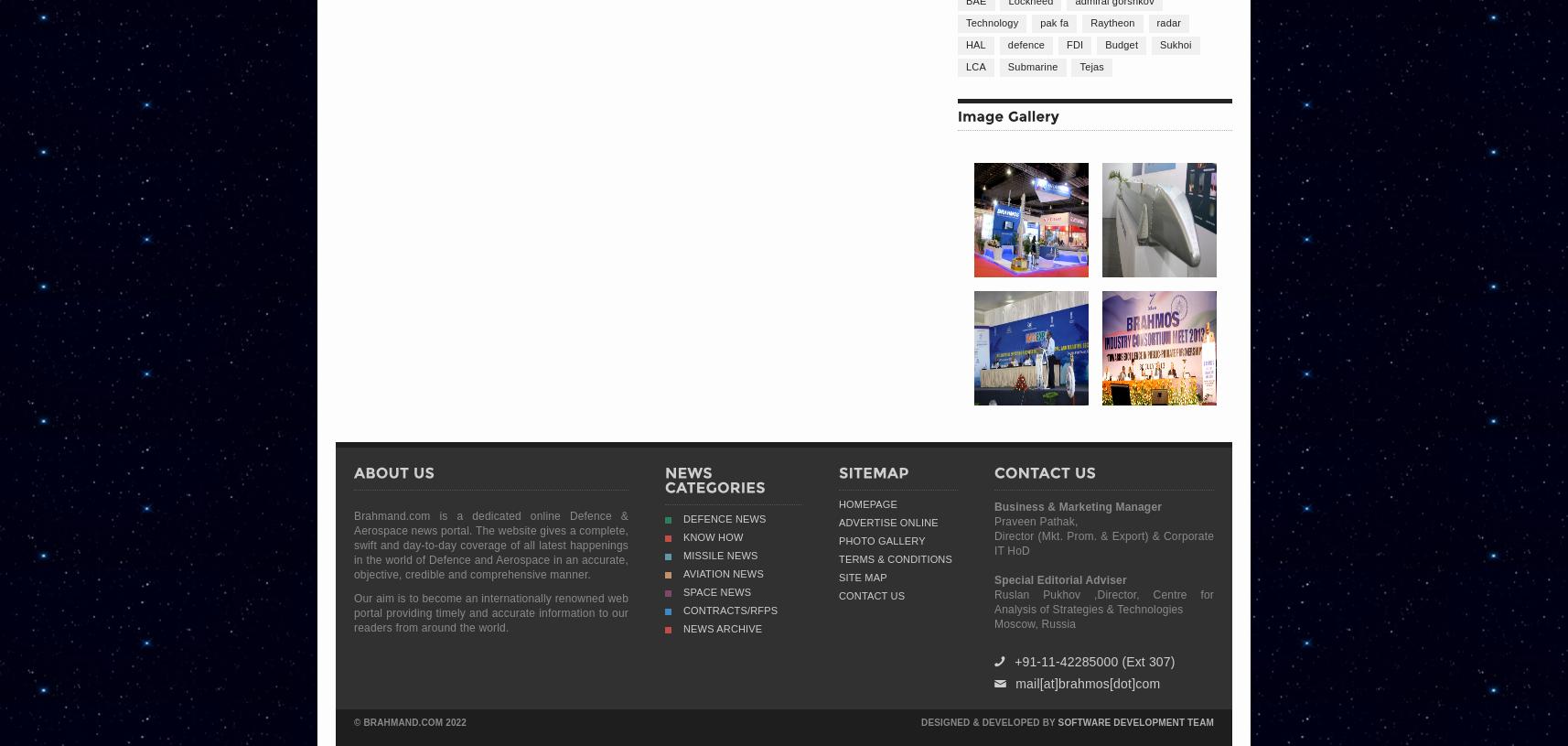 Image resolution: width=1568 pixels, height=746 pixels. What do you see at coordinates (894, 557) in the screenshot?
I see `'Terms & Conditions'` at bounding box center [894, 557].